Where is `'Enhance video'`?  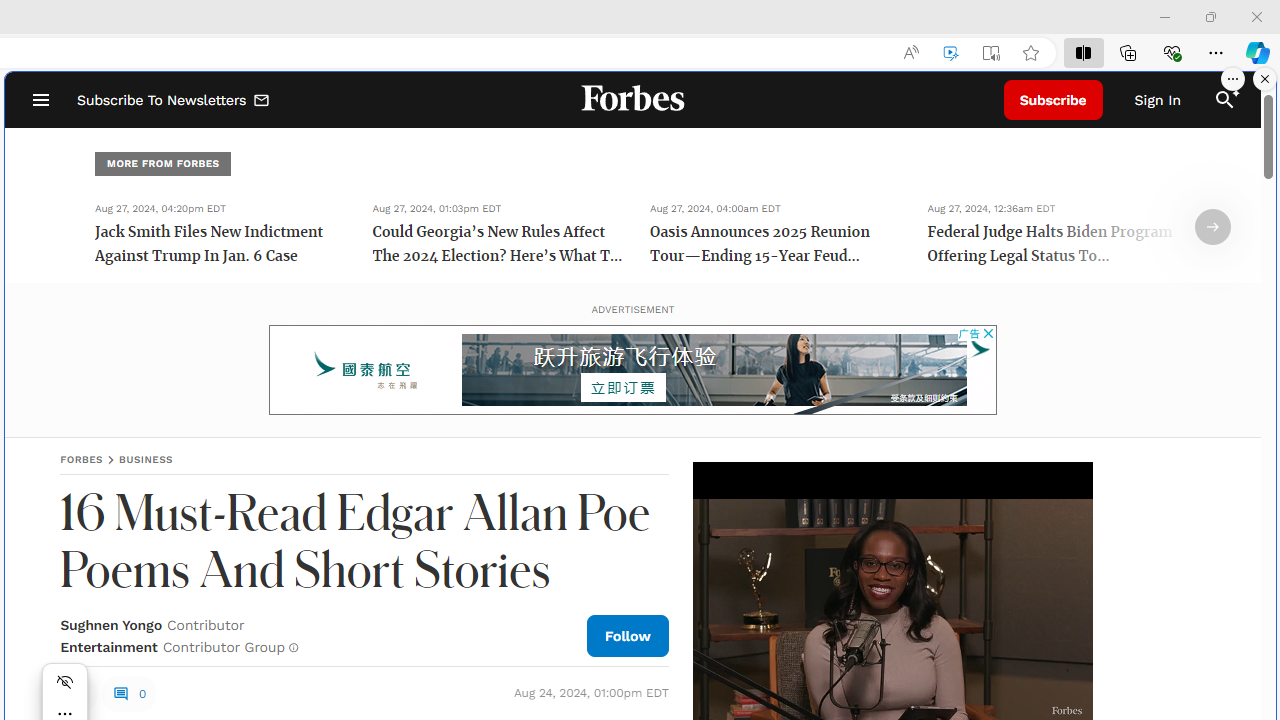 'Enhance video' is located at coordinates (950, 52).